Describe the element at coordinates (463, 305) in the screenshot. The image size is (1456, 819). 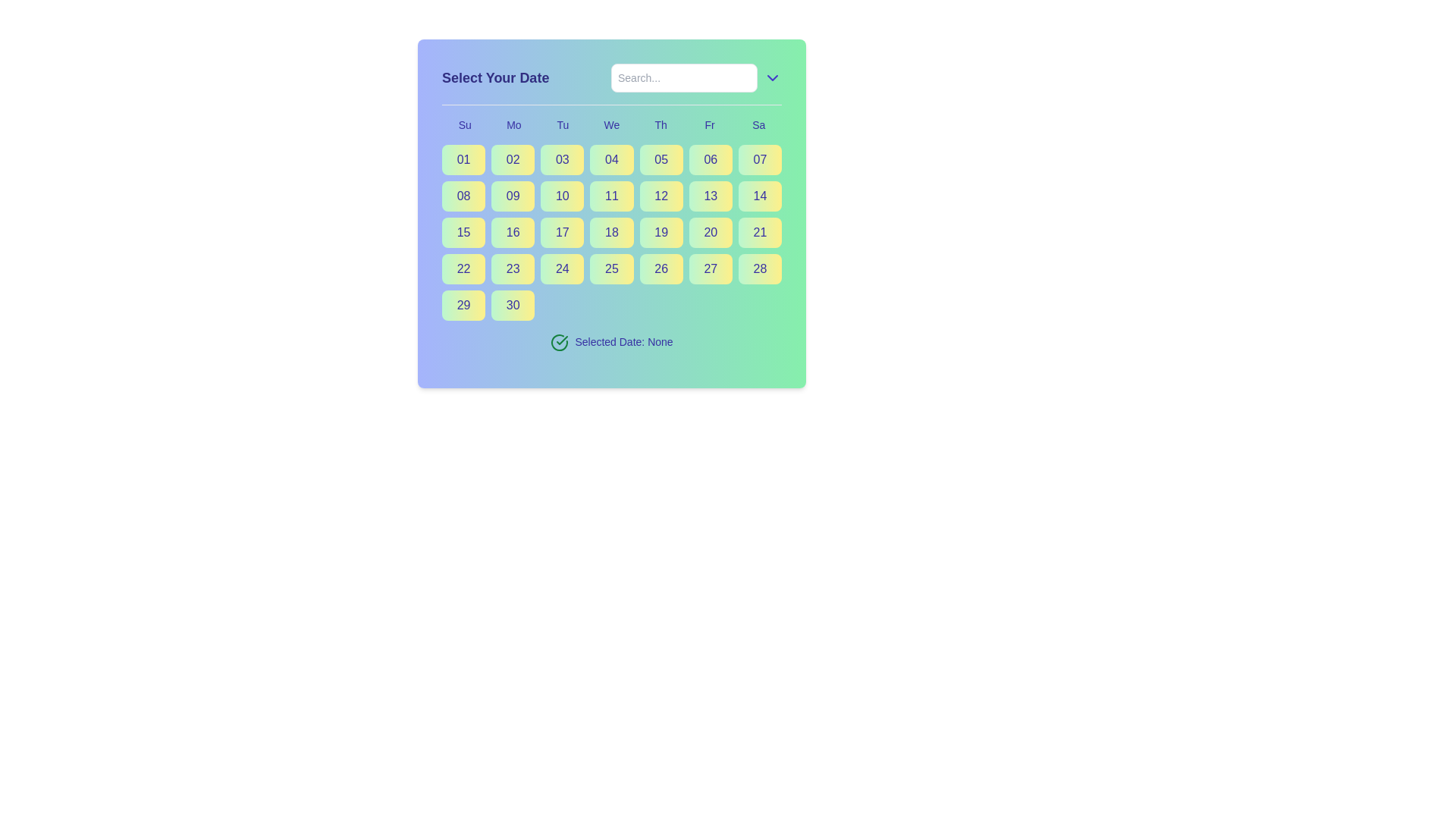
I see `the button` at that location.